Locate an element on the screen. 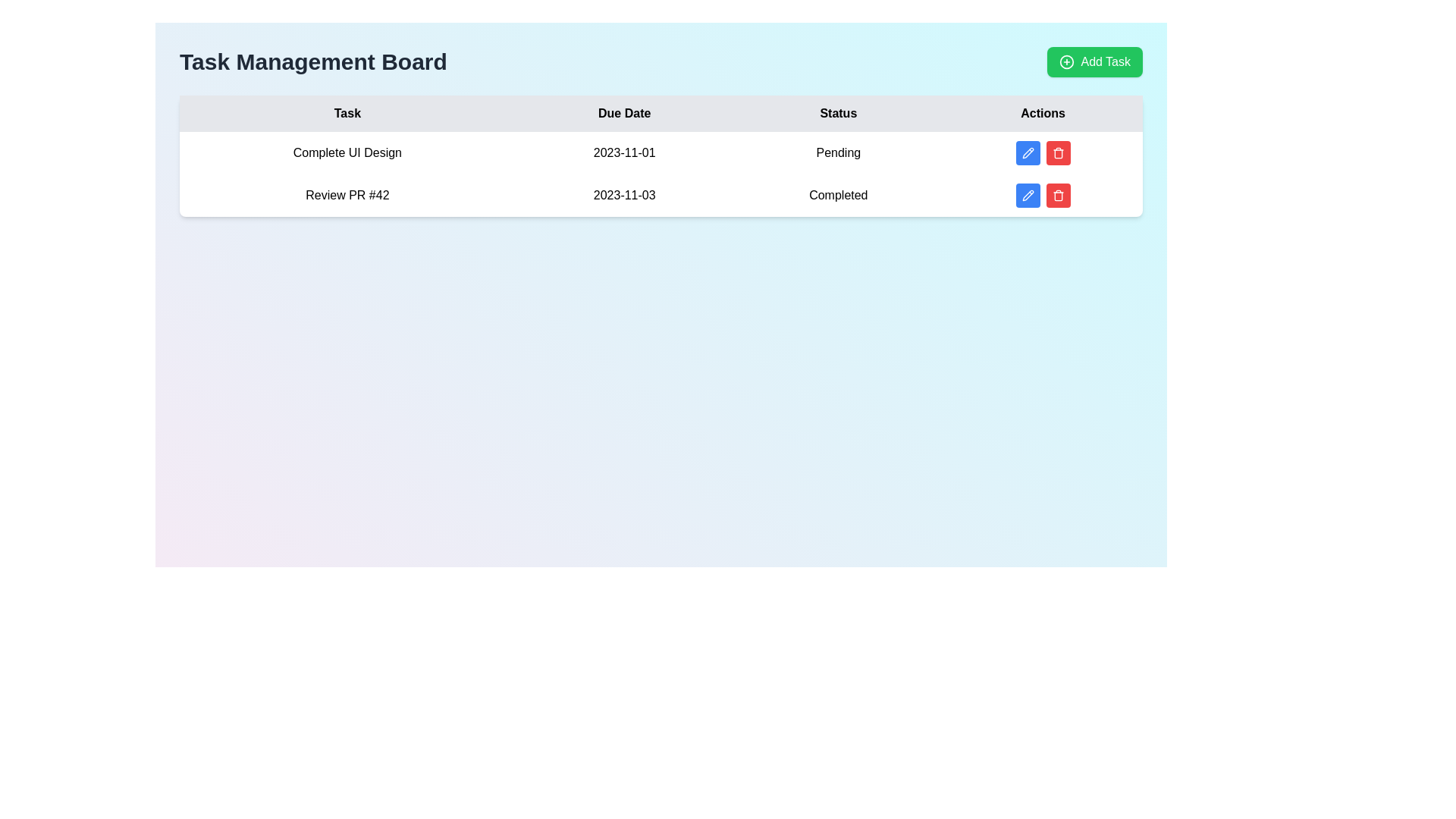 This screenshot has height=819, width=1456. the edit button located in the second row of the 'Actions' column in the table, which is the first blue button immediately to the left of the delete button is located at coordinates (1028, 195).